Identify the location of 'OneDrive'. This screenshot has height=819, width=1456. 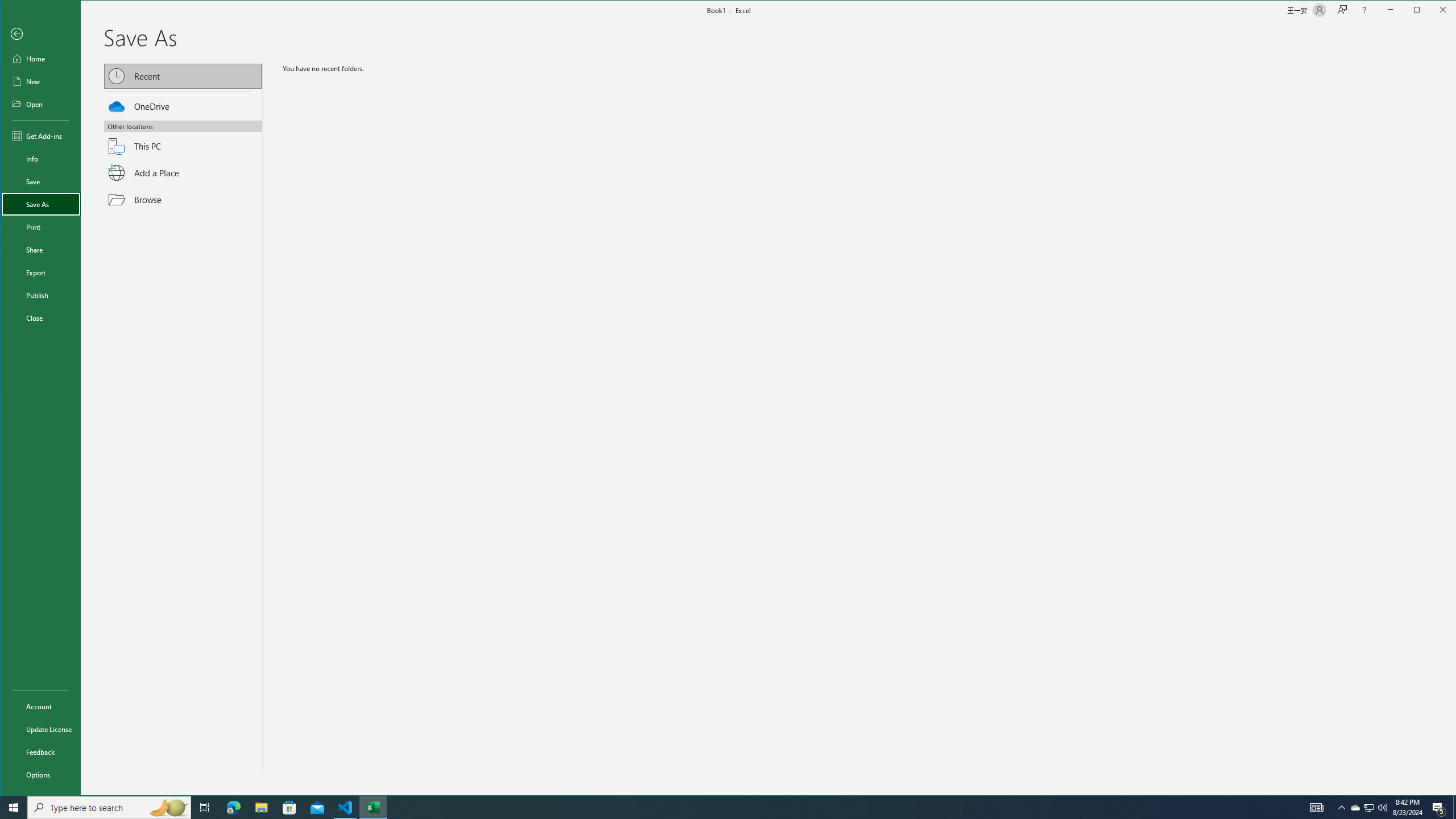
(183, 76).